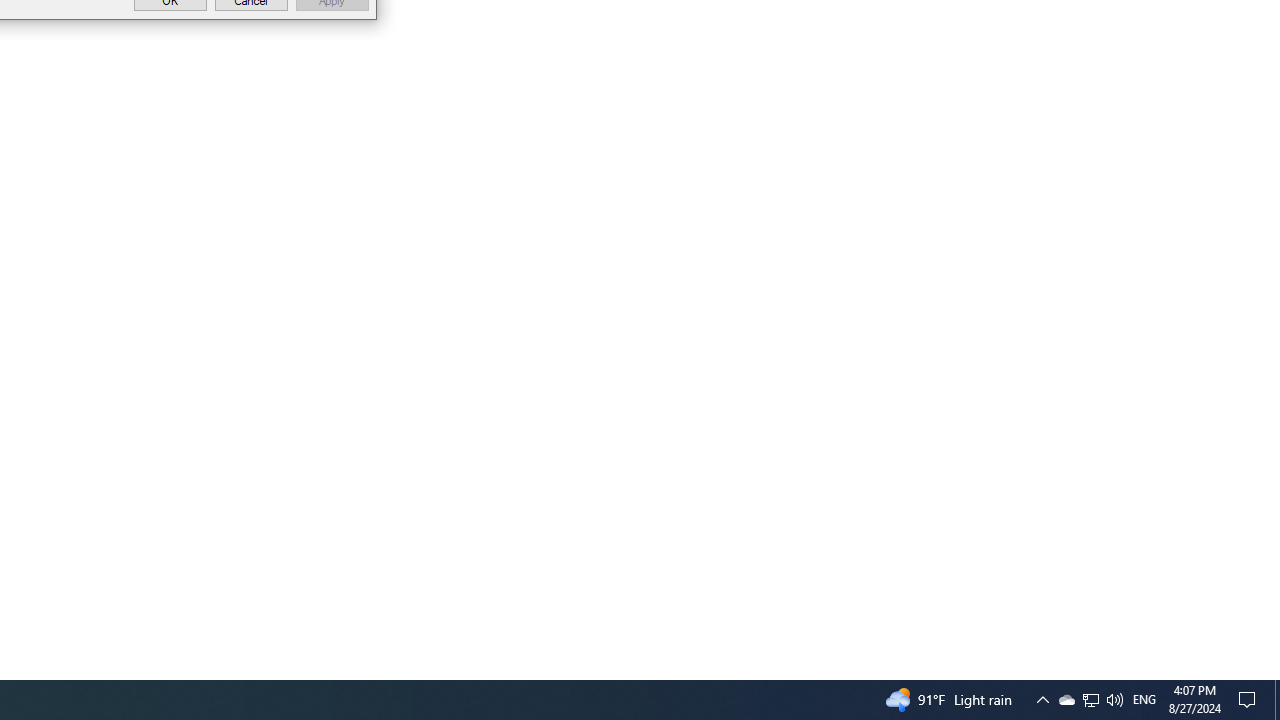  What do you see at coordinates (1144, 698) in the screenshot?
I see `'Tray Input Indicator - English (United States)'` at bounding box center [1144, 698].